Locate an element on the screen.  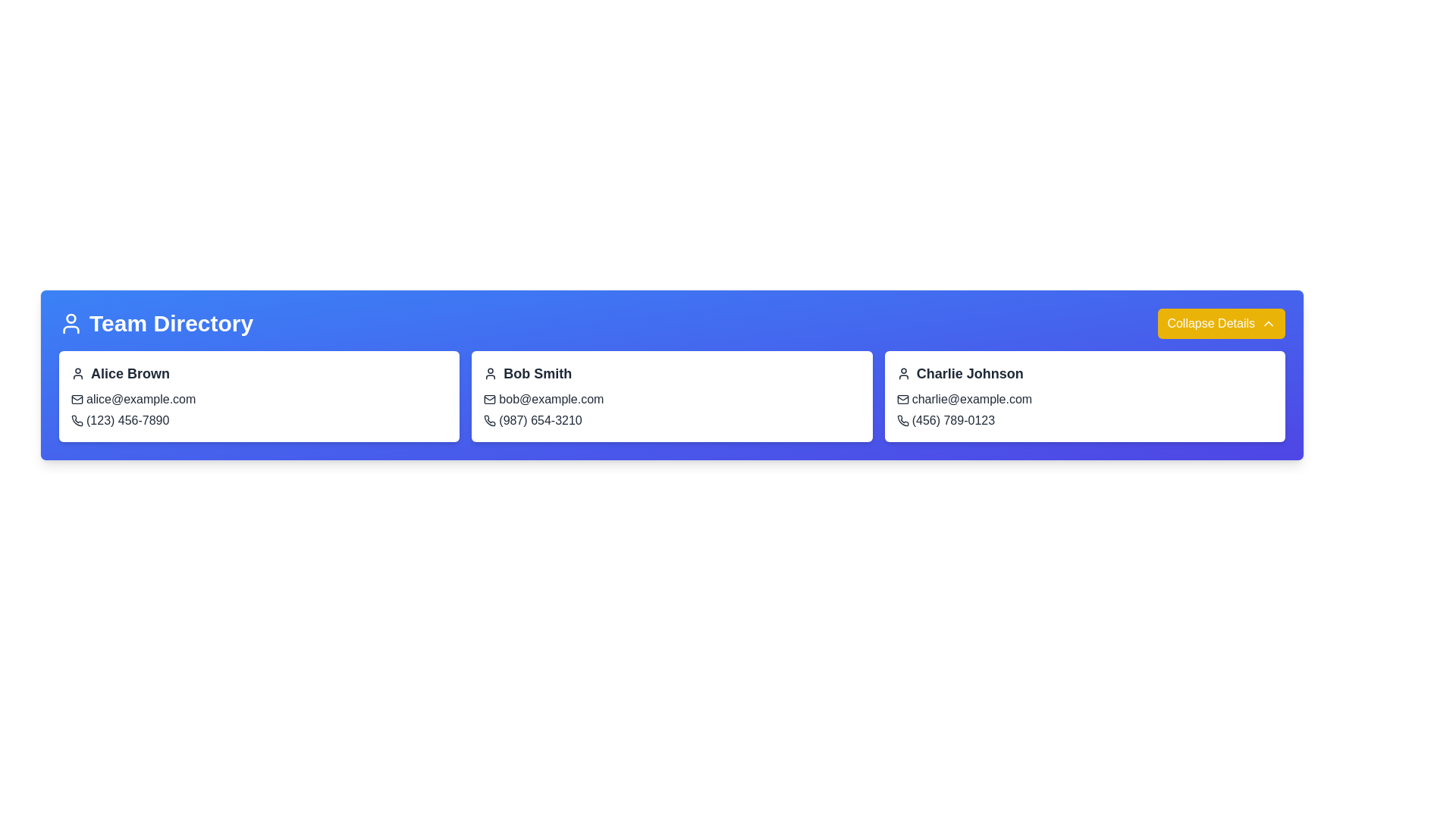
the chevron indicator located within the 'Collapse Details' button in the top-right corner of the blue panel is located at coordinates (1269, 323).